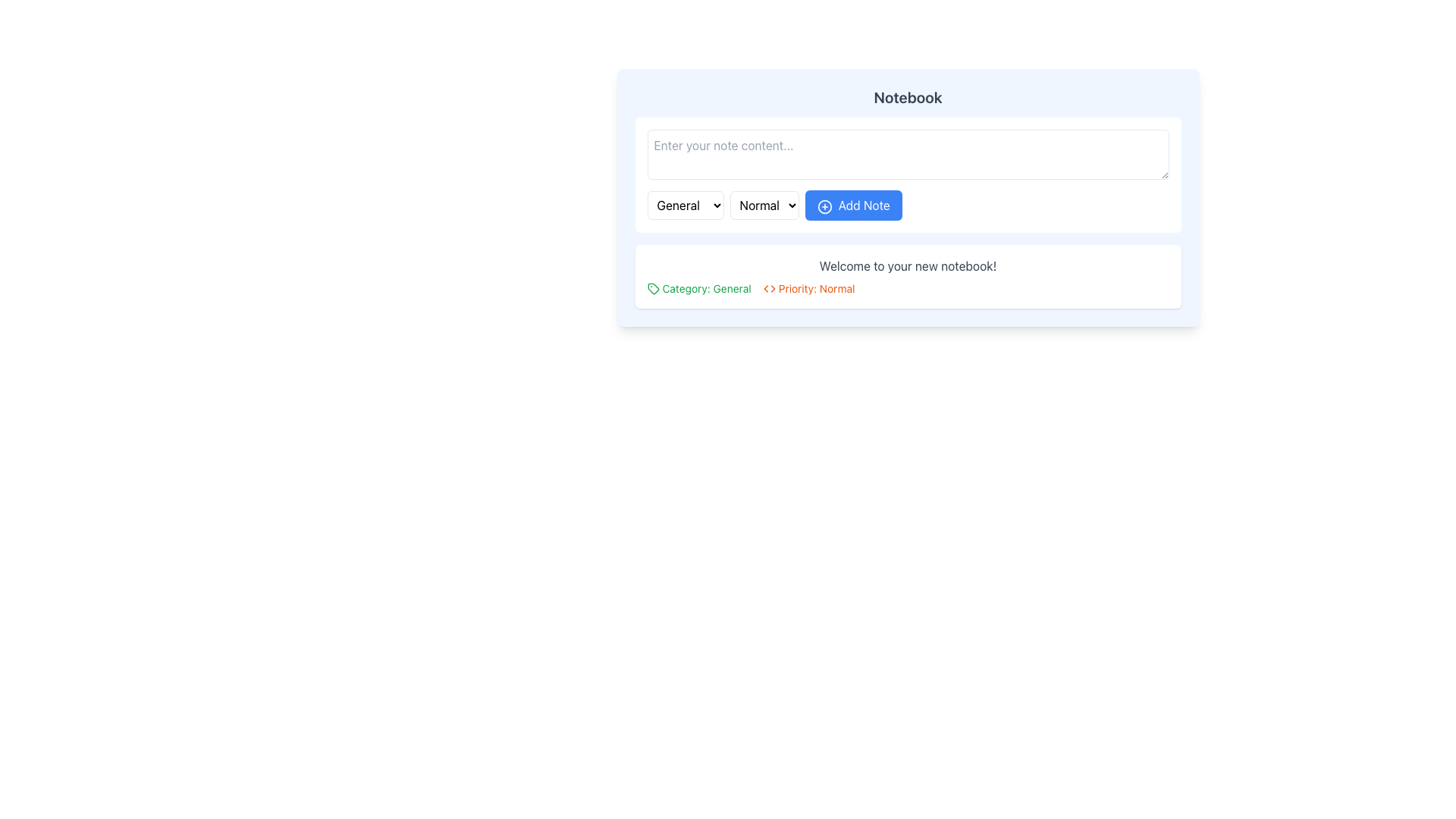 The height and width of the screenshot is (819, 1456). Describe the element at coordinates (824, 206) in the screenshot. I see `the filled circle icon that is centrally located within the 'Add Note' button area on the interface panel` at that location.